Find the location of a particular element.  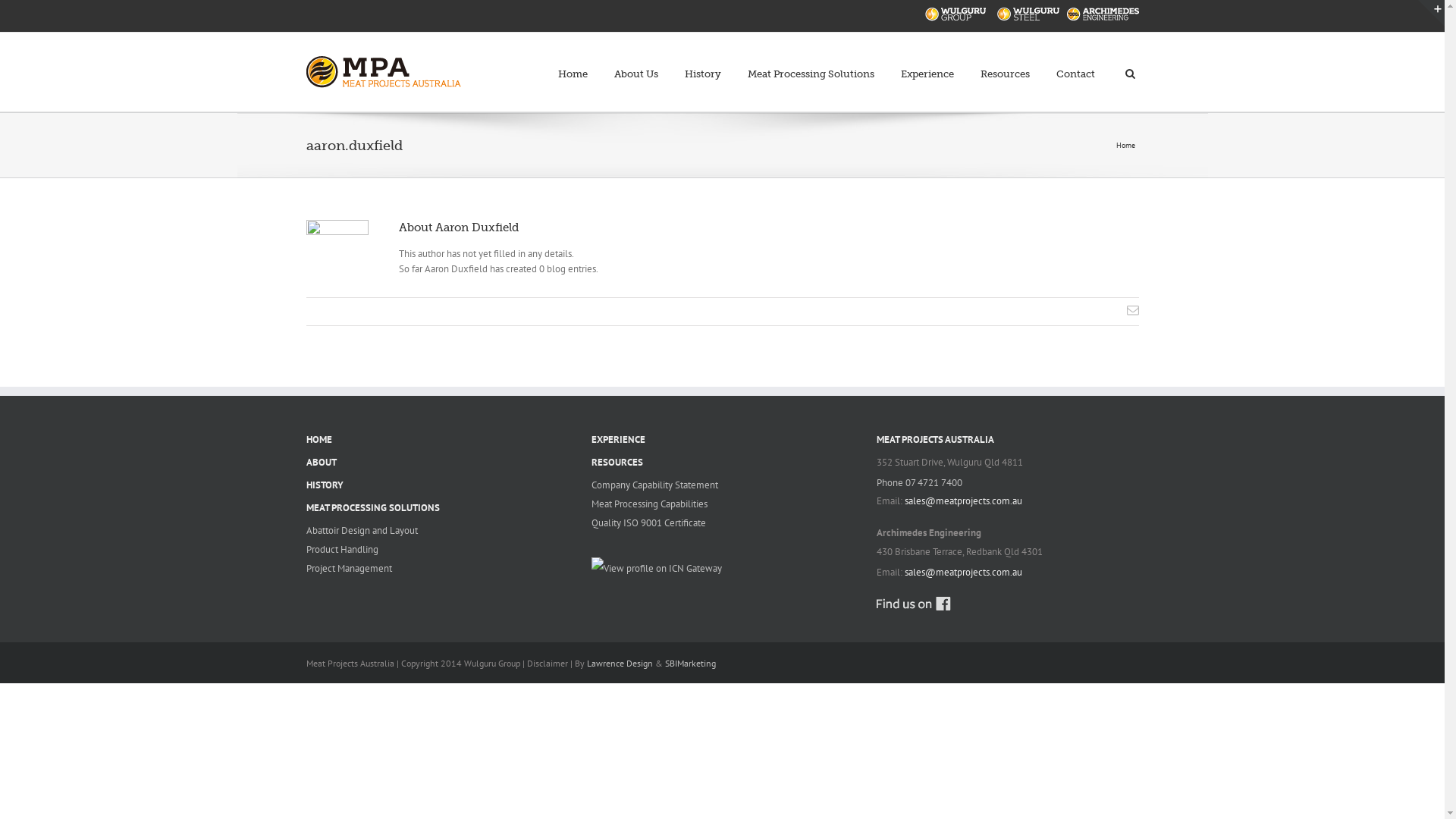

'Contact' is located at coordinates (1074, 64).